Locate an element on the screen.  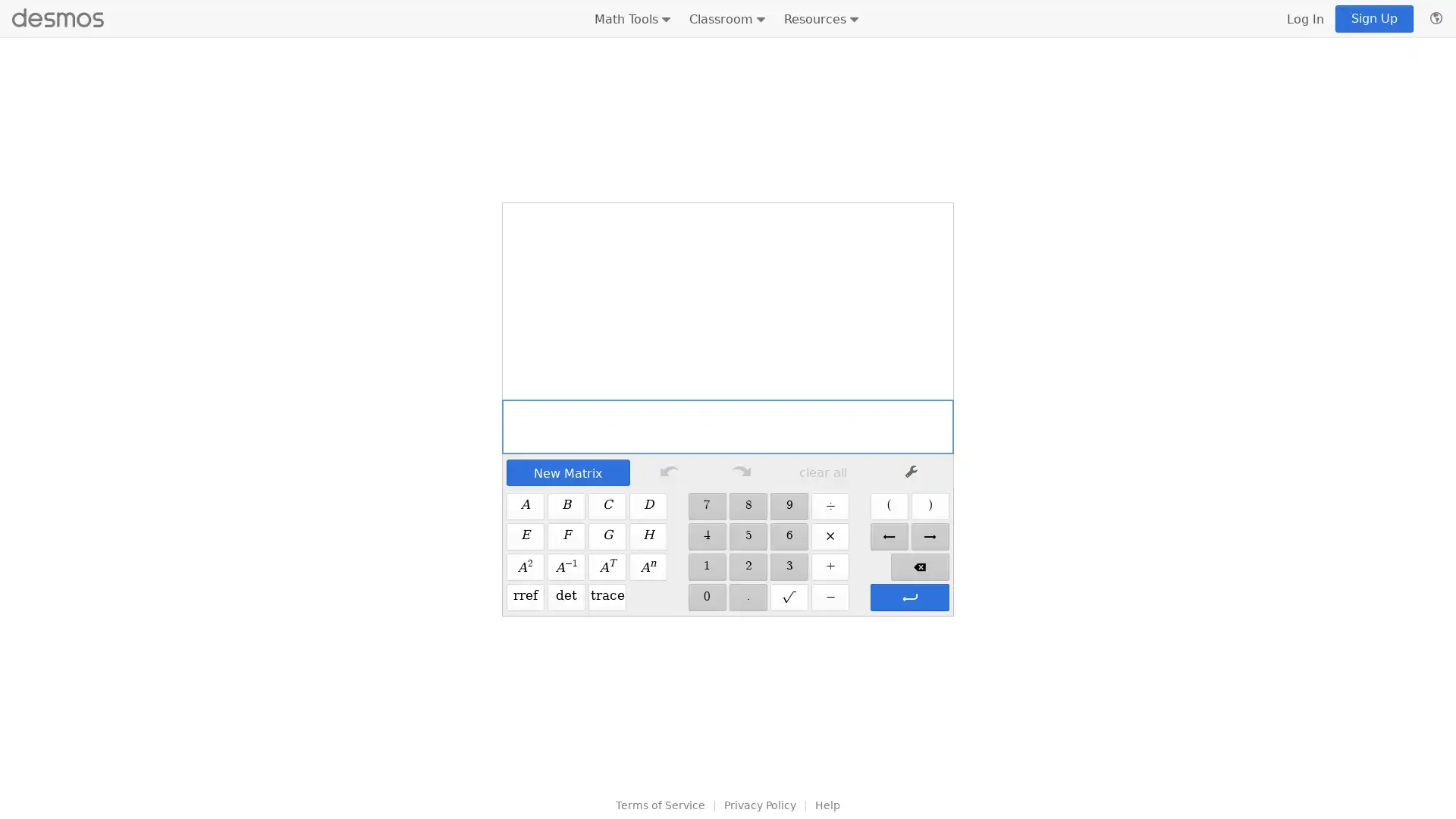
Exponent is located at coordinates (648, 567).